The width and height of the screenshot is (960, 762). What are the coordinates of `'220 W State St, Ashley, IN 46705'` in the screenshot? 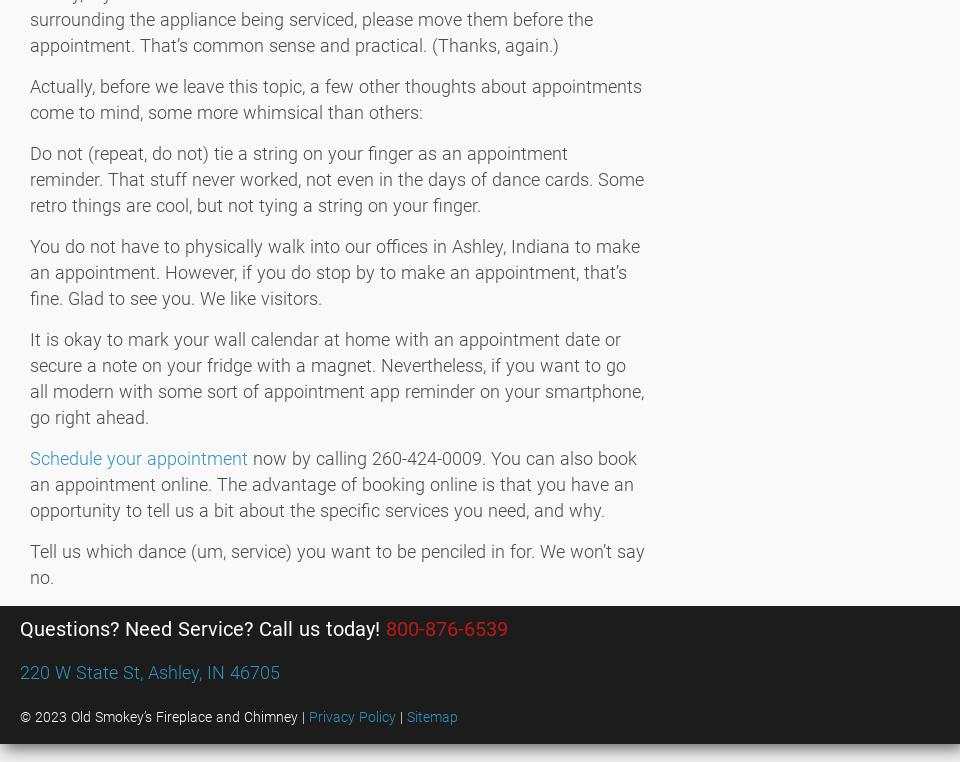 It's located at (148, 671).